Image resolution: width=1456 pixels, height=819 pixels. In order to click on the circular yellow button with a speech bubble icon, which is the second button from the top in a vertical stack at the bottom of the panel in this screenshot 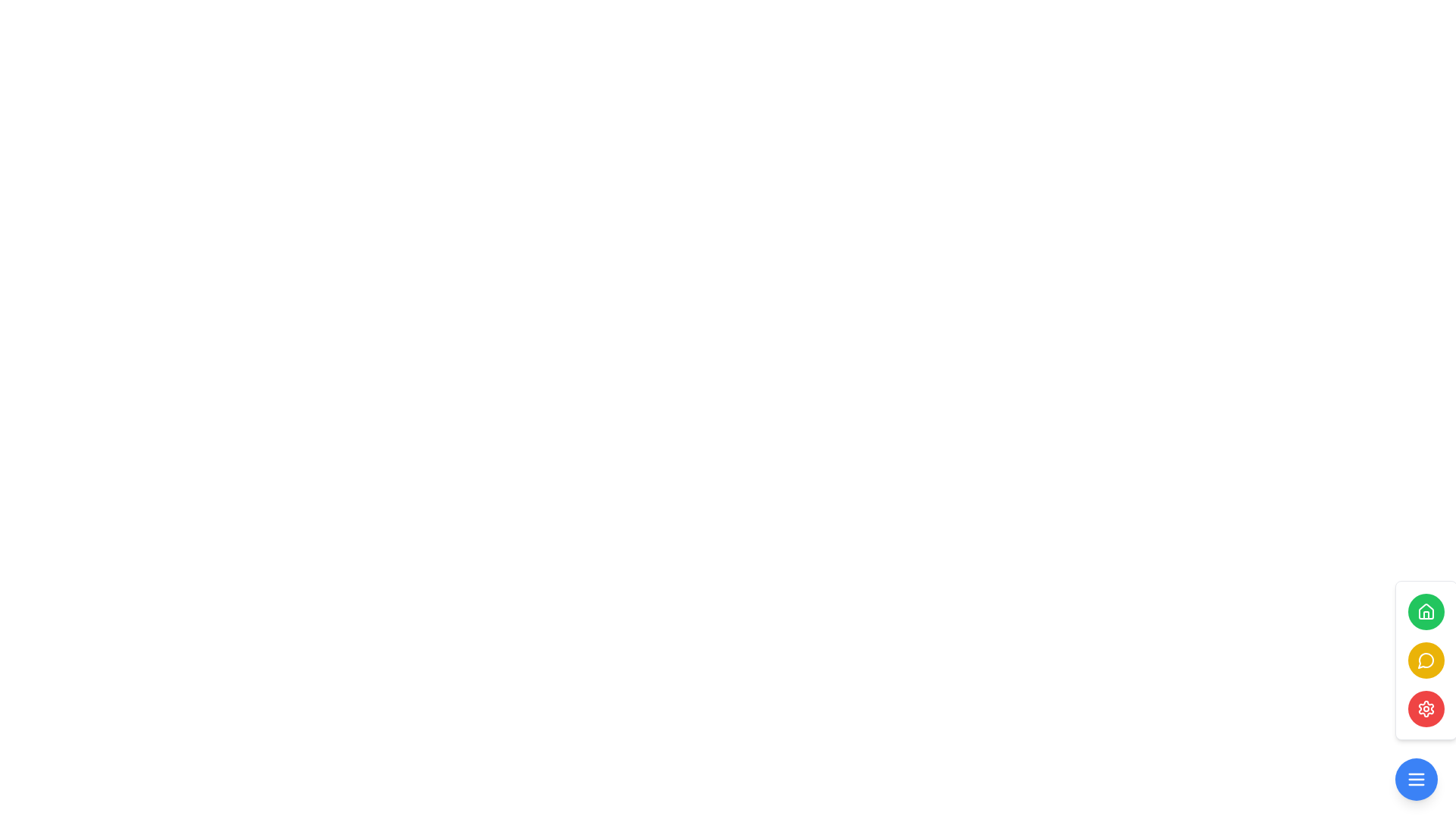, I will do `click(1426, 660)`.